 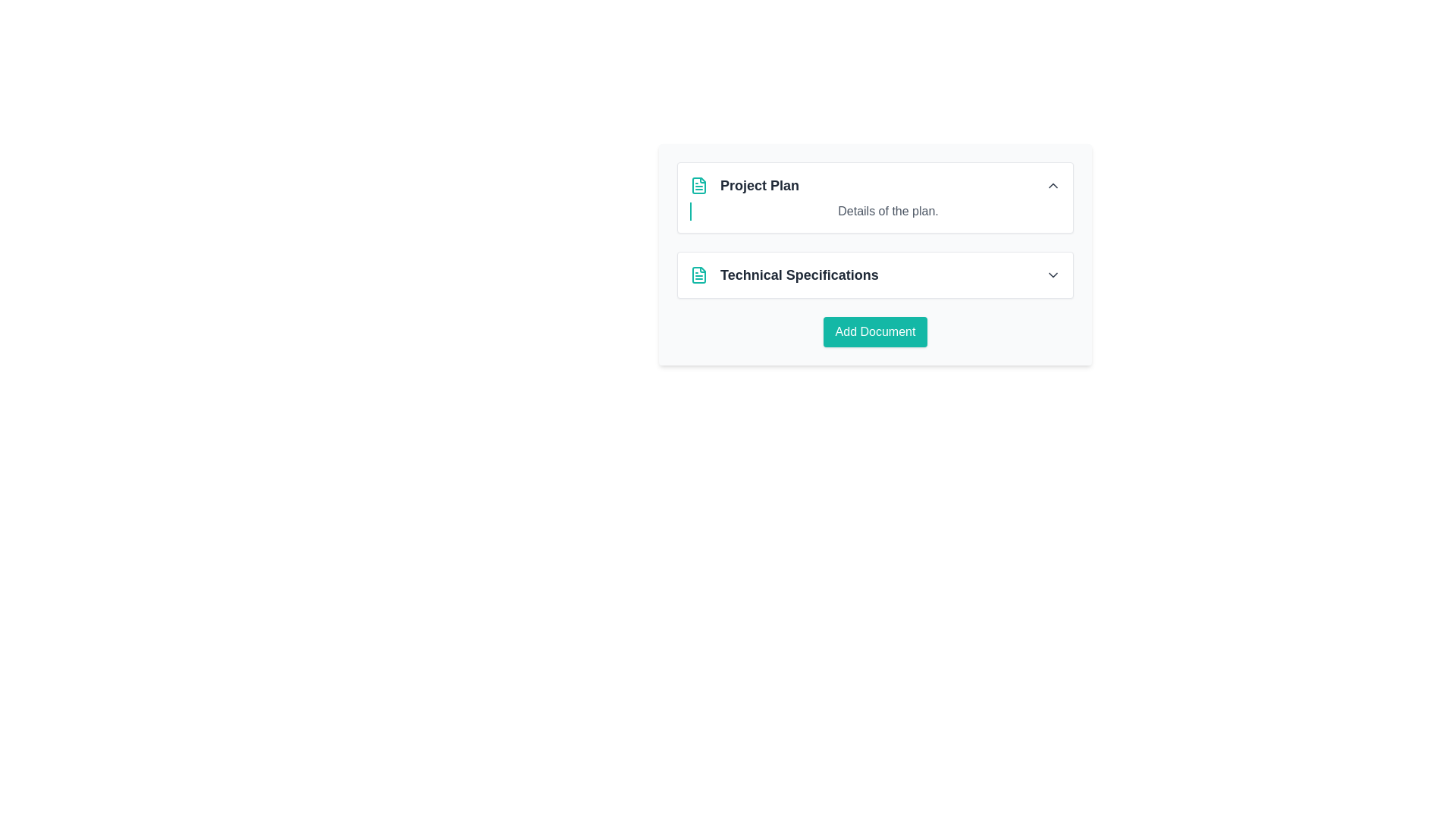 What do you see at coordinates (875, 185) in the screenshot?
I see `the 'Project Plan' collapsible section header for accessibility navigation` at bounding box center [875, 185].